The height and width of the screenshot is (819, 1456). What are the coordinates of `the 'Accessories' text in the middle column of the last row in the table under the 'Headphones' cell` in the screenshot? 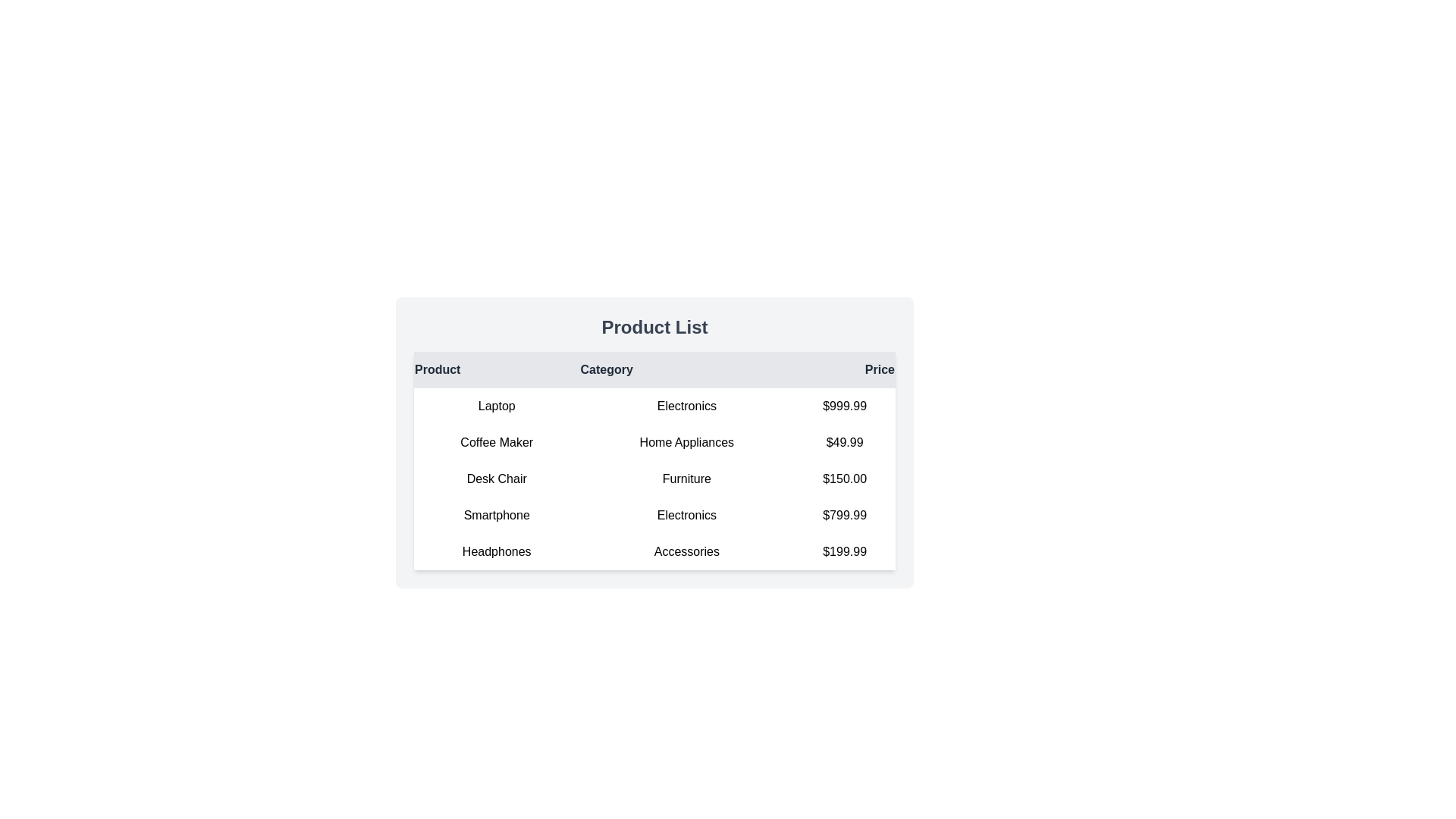 It's located at (686, 552).